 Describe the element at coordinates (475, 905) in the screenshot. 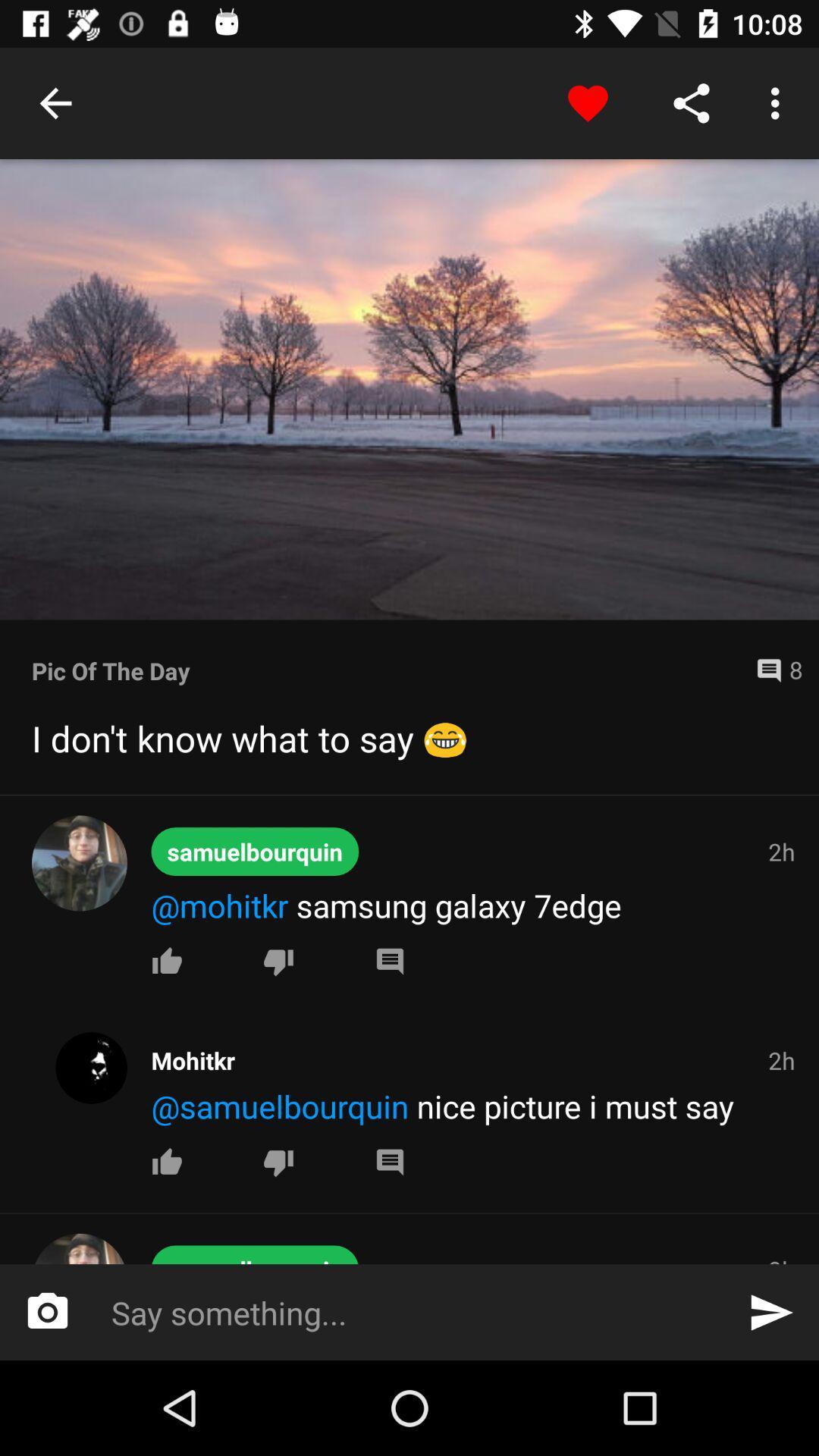

I see `move to the text above first like button from the top of the page` at that location.